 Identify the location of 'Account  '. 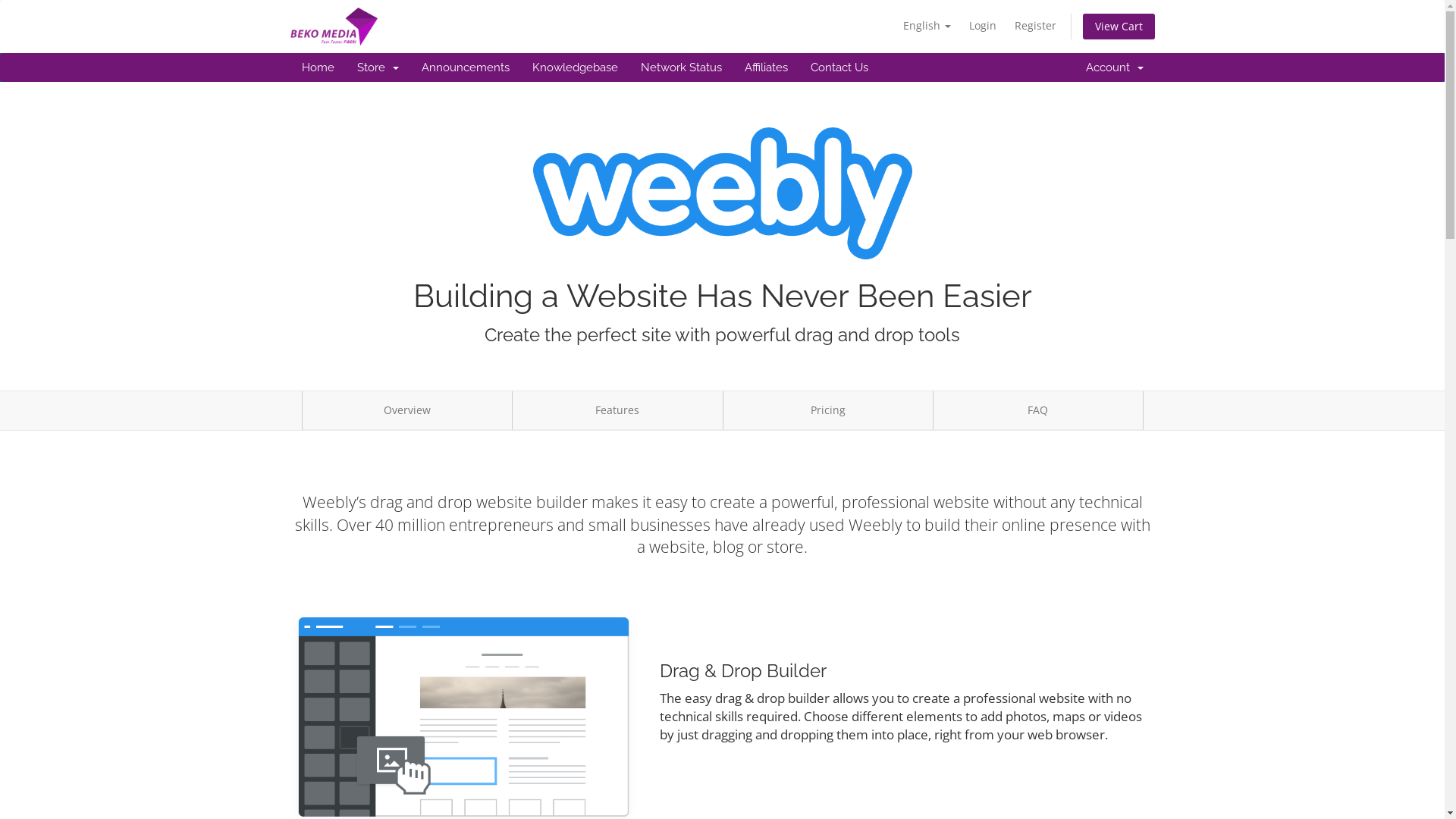
(1113, 66).